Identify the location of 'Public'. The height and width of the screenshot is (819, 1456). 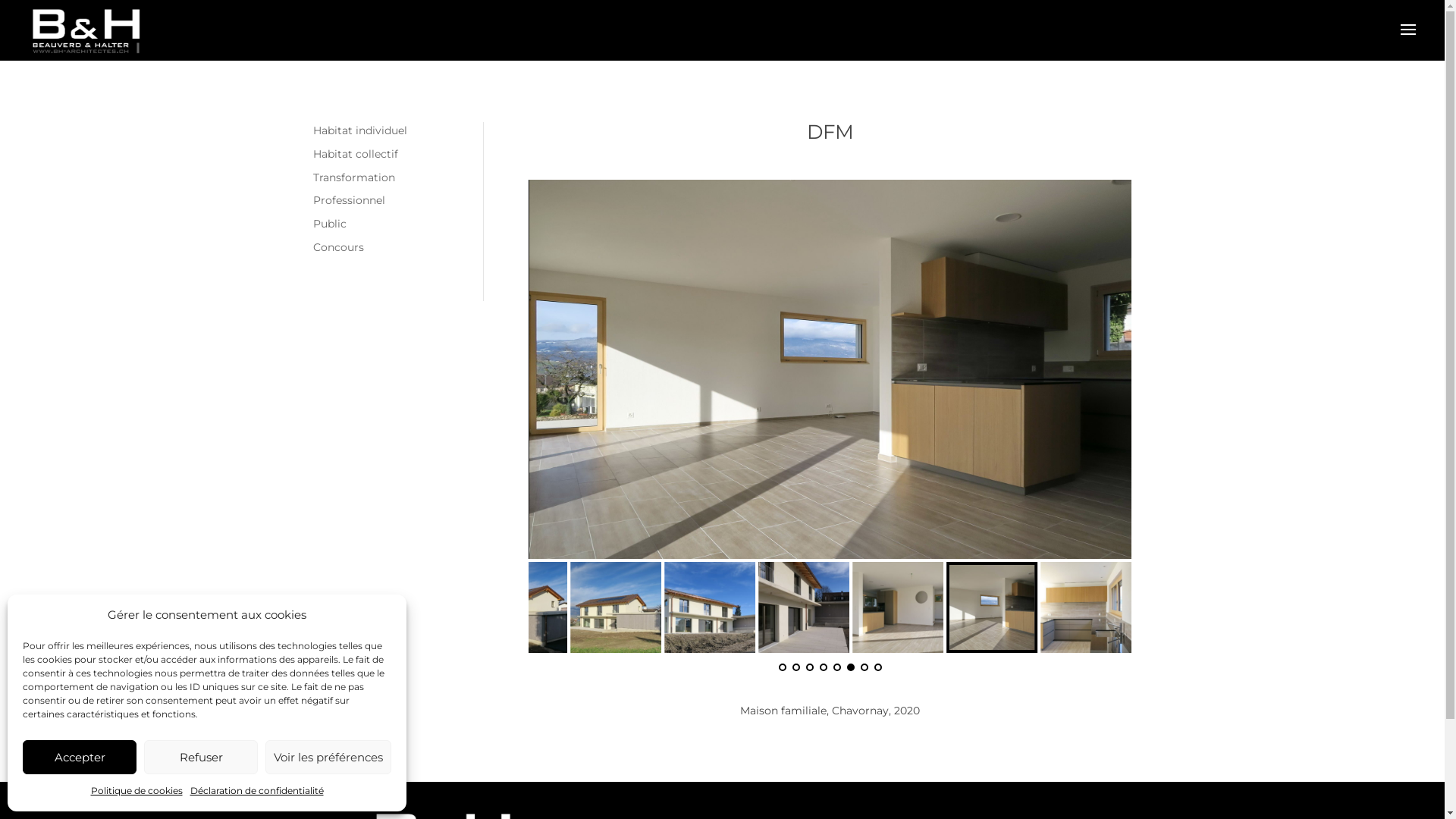
(328, 223).